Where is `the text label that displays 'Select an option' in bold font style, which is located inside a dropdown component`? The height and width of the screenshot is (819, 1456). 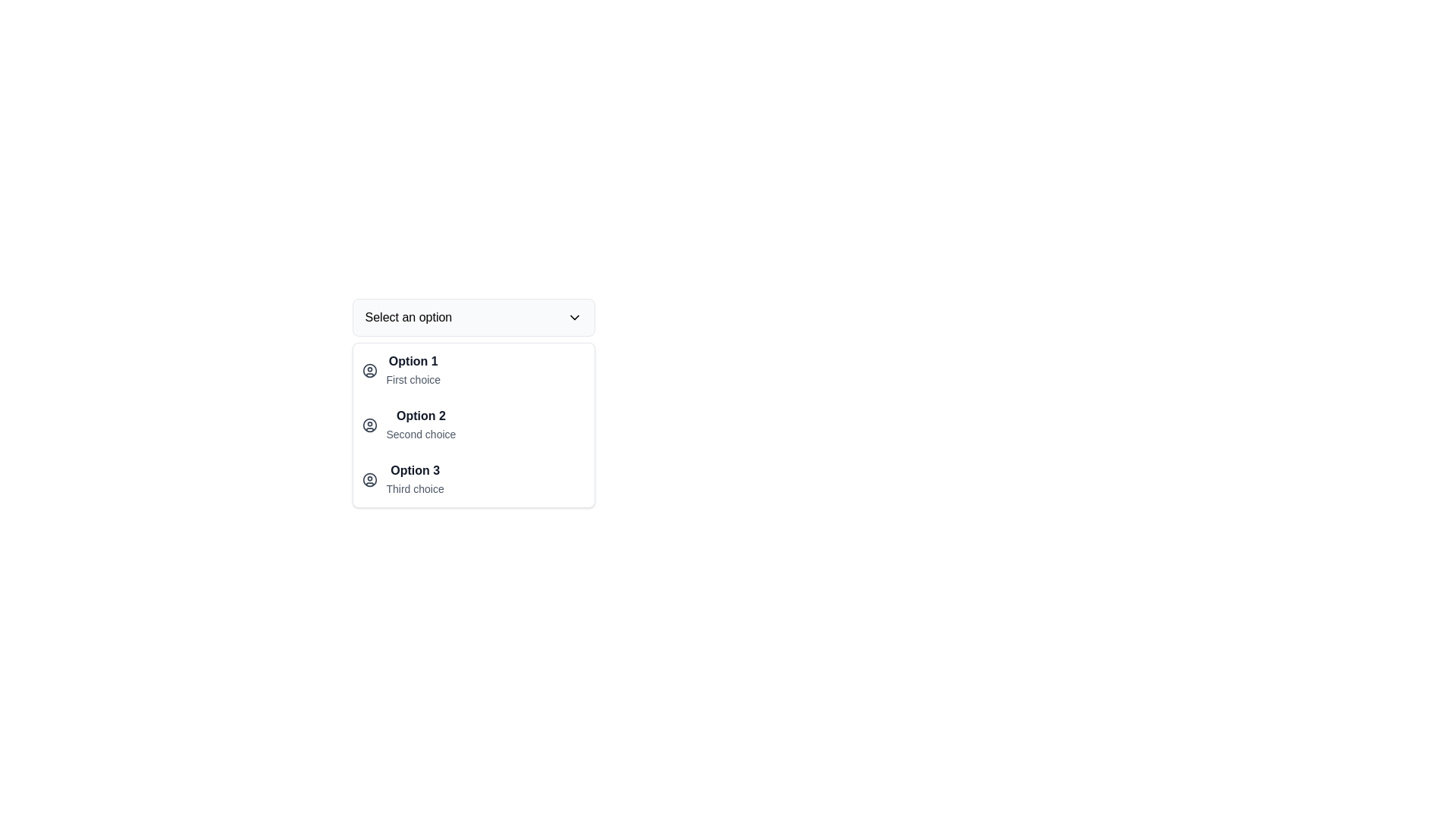 the text label that displays 'Select an option' in bold font style, which is located inside a dropdown component is located at coordinates (408, 317).